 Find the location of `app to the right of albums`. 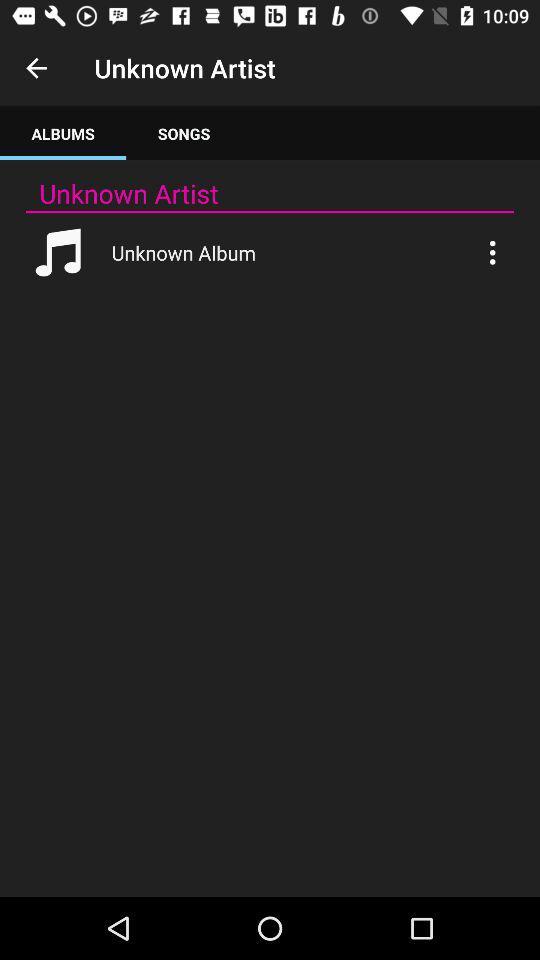

app to the right of albums is located at coordinates (184, 132).